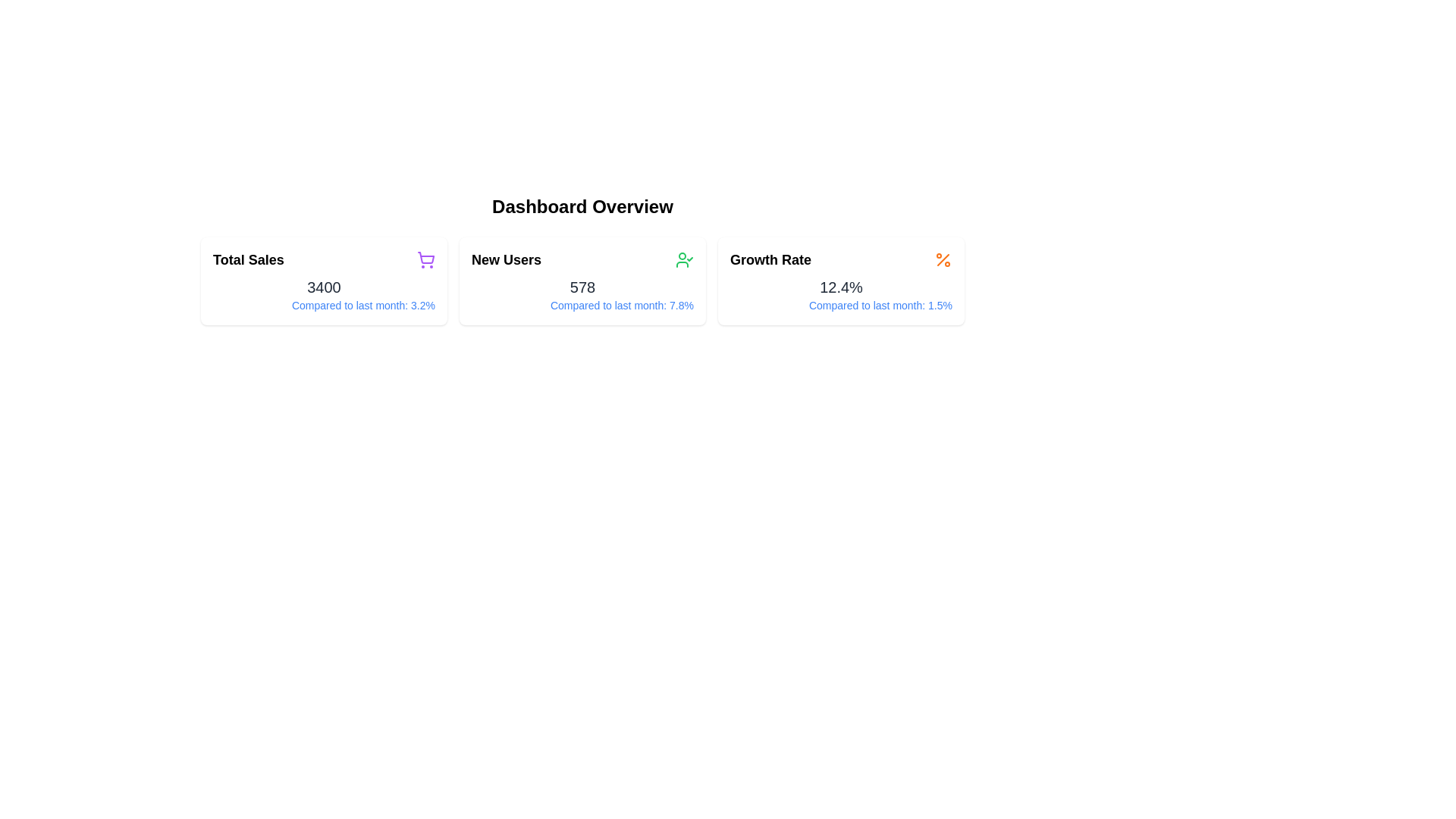 This screenshot has height=819, width=1456. I want to click on the bold text label 'Growth Rate' located in the top-left corner of the third segment of the dashboard overview section, so click(770, 259).